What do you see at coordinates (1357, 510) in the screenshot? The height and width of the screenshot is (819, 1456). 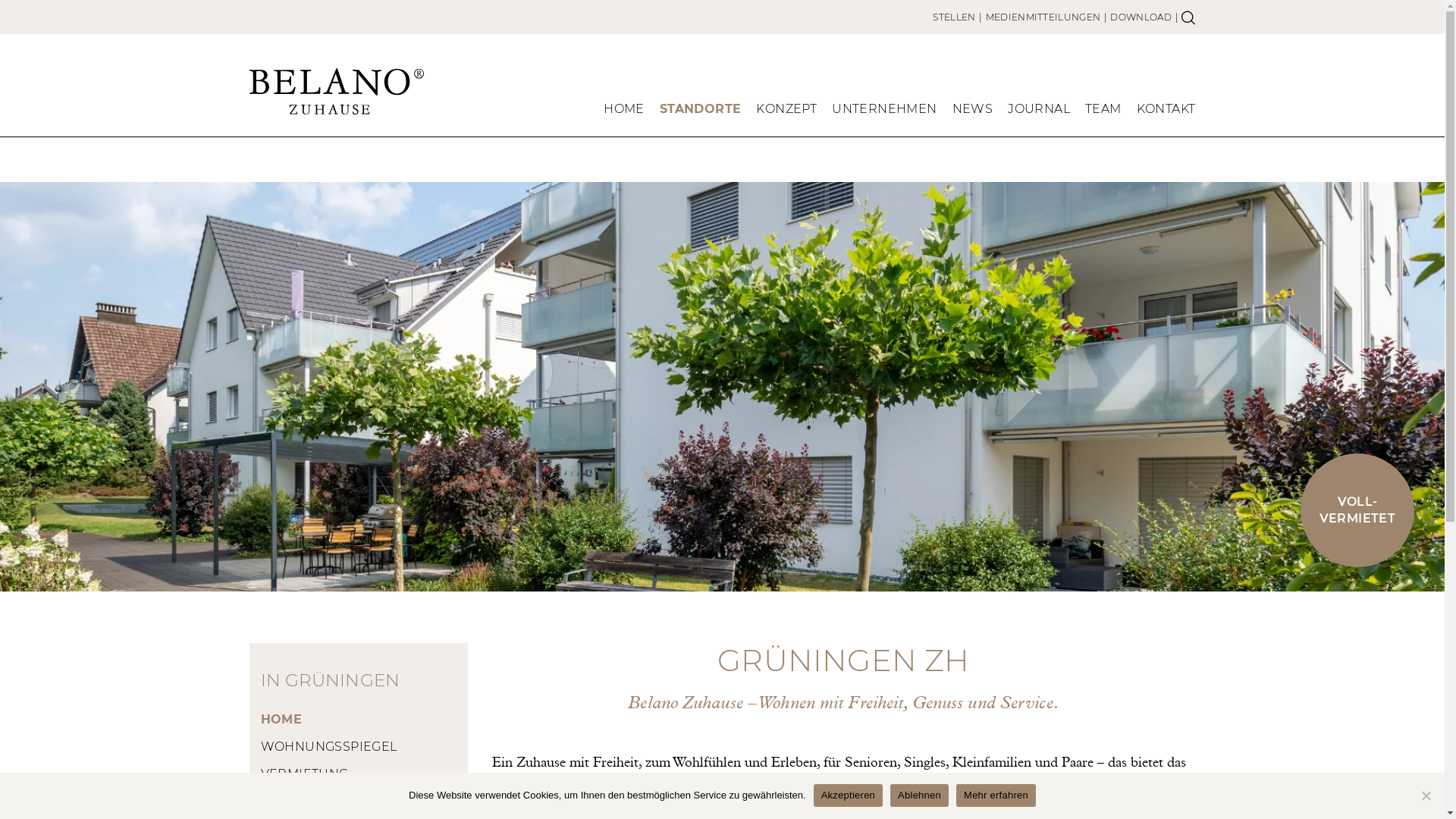 I see `'VOLL-` at bounding box center [1357, 510].